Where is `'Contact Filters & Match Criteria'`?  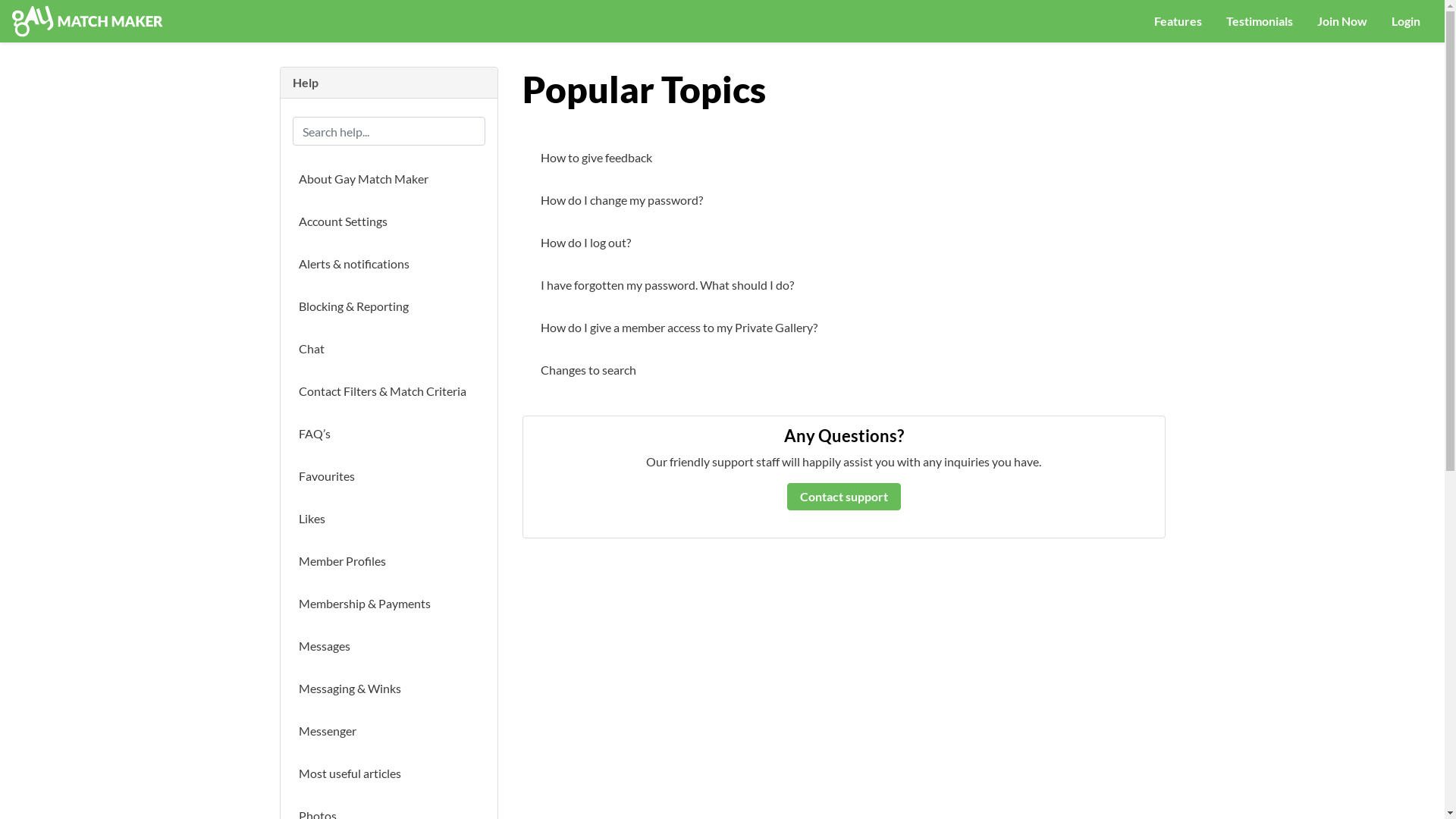
'Contact Filters & Match Criteria' is located at coordinates (292, 391).